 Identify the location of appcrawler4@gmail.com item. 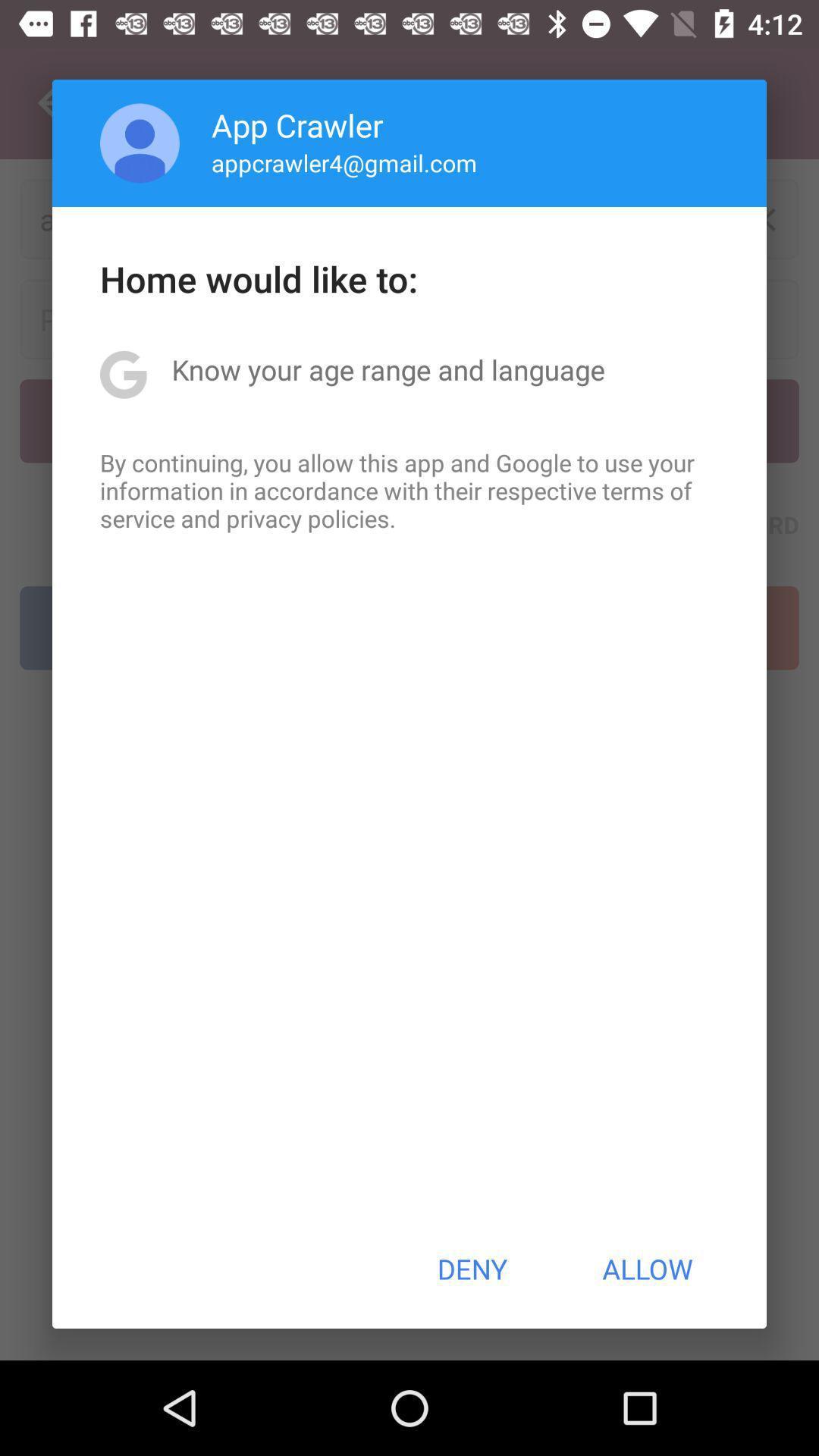
(344, 162).